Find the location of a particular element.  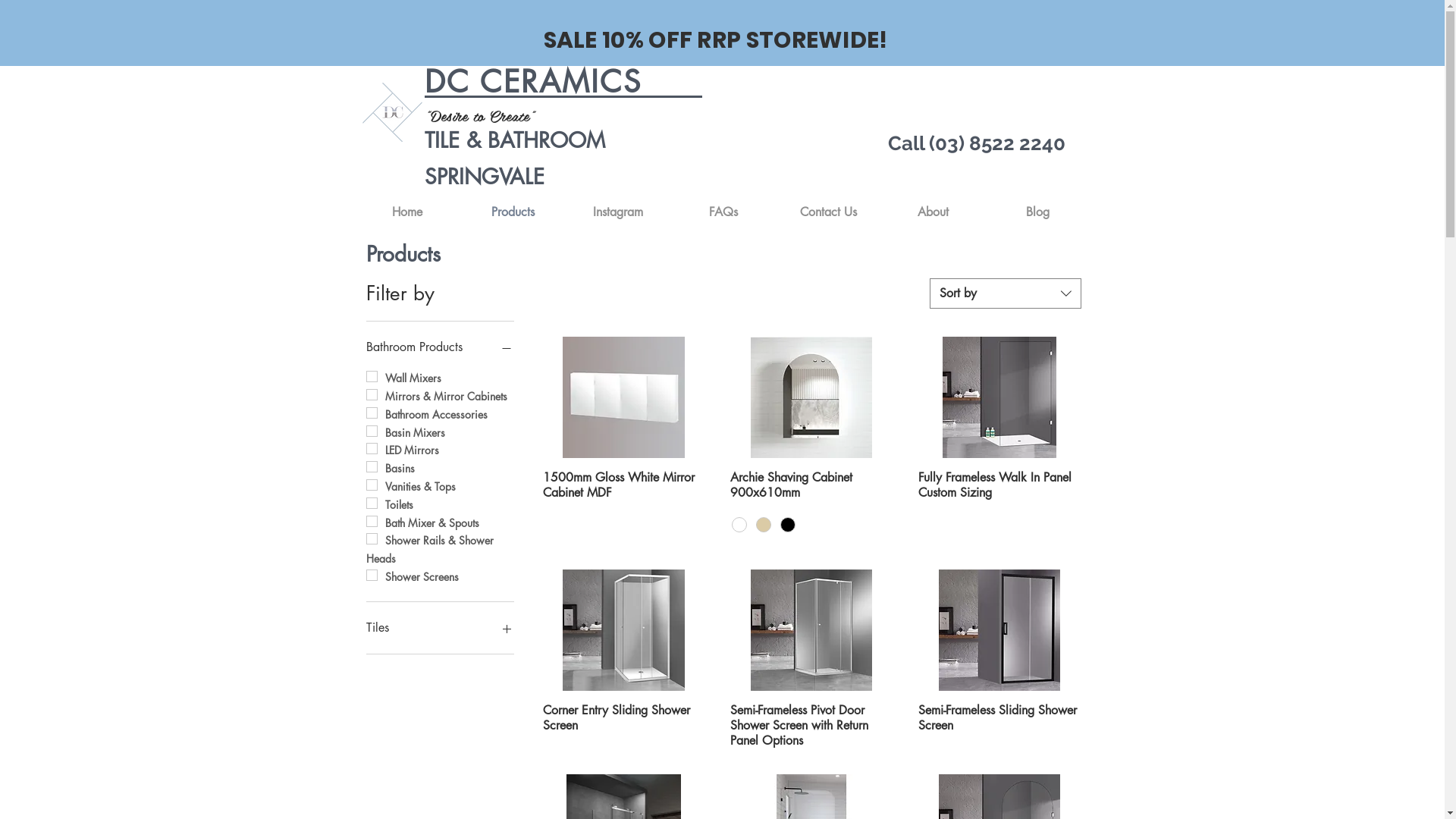

'Fully Frameless Walk In Panel Custom Sizing' is located at coordinates (999, 507).